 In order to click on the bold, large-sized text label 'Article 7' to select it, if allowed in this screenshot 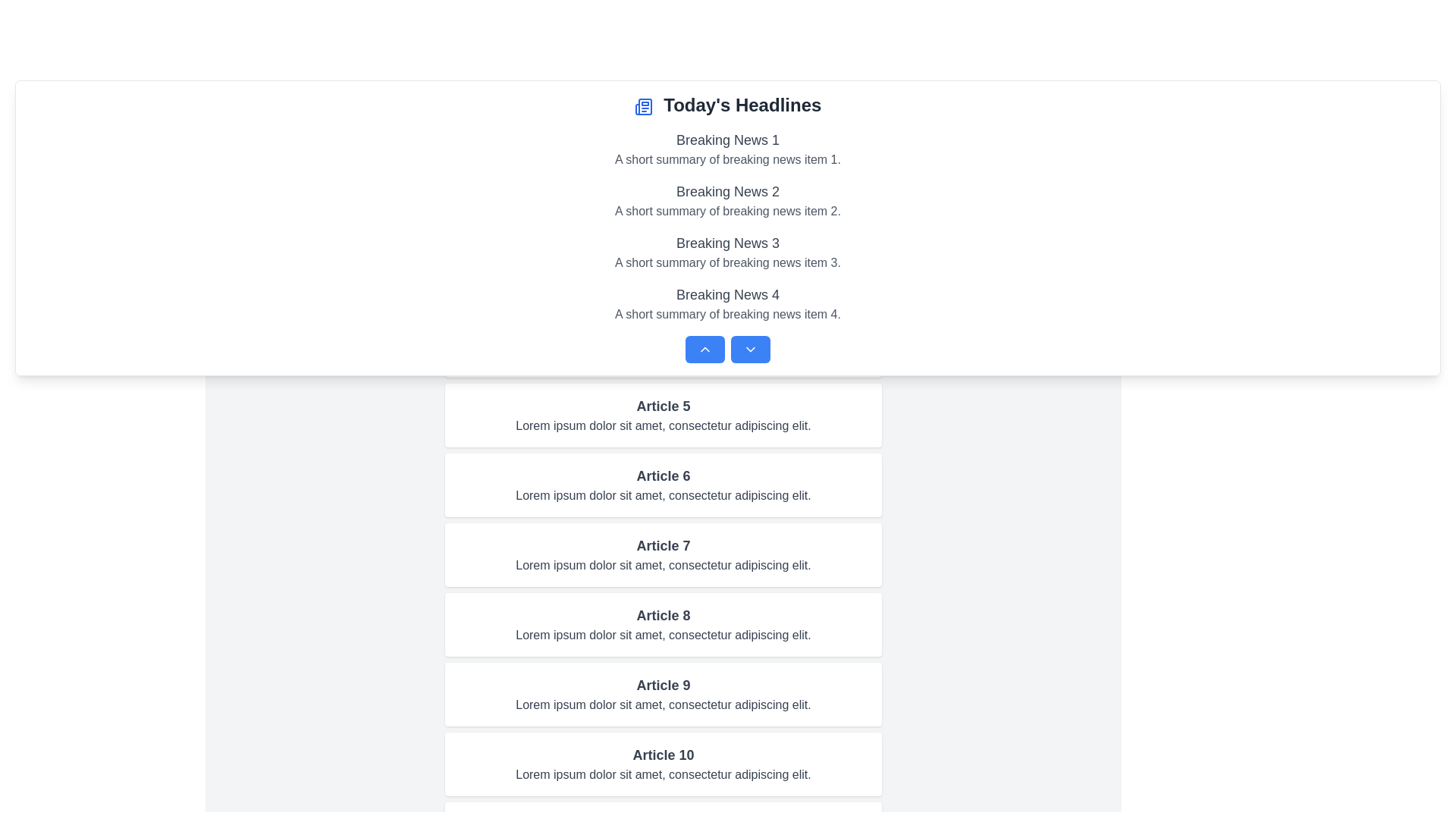, I will do `click(663, 546)`.